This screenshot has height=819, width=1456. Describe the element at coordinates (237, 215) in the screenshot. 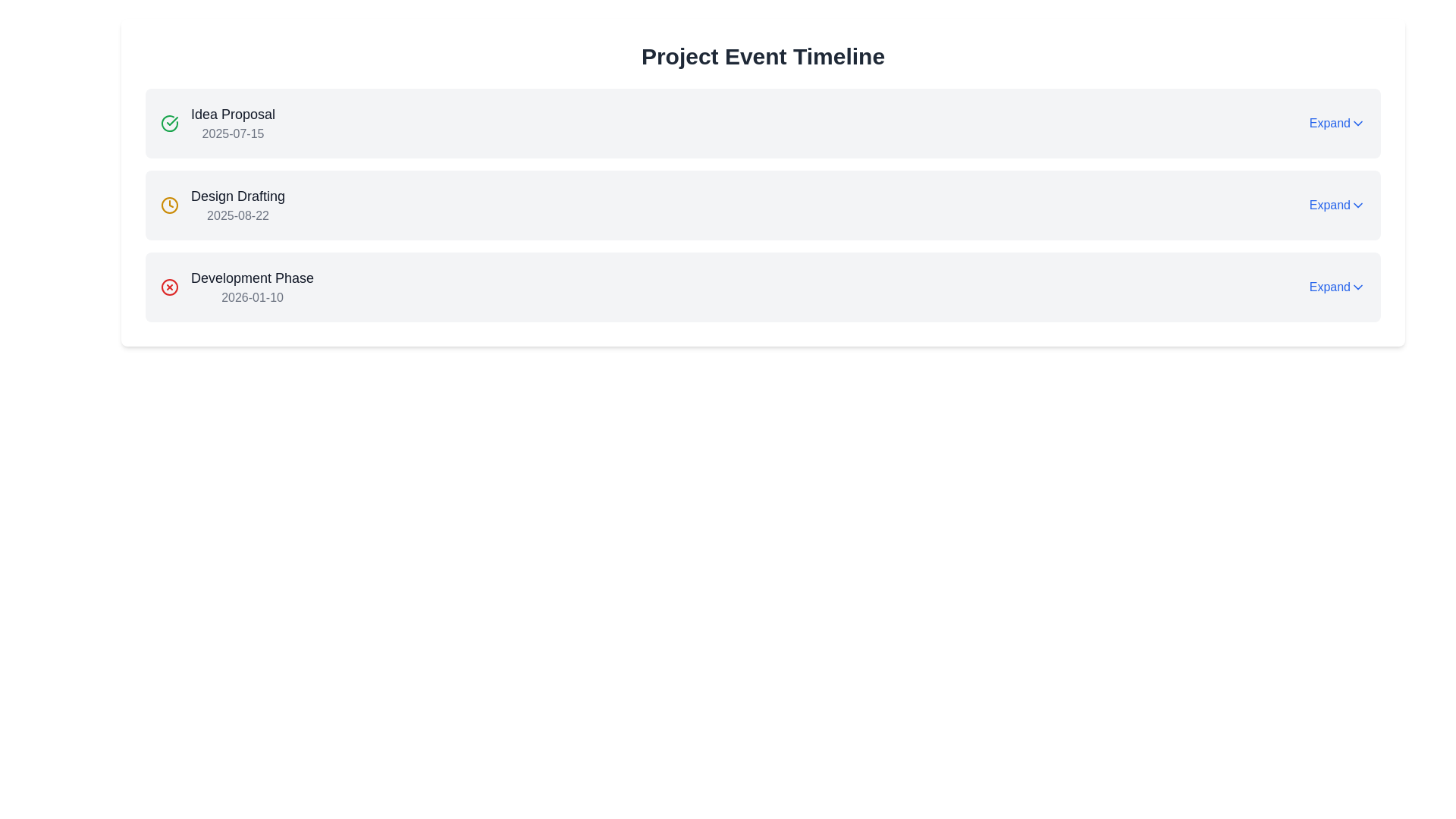

I see `date text associated with the 'Design Drafting' item in the 'Project Event Timeline' list, which is located directly below it` at that location.